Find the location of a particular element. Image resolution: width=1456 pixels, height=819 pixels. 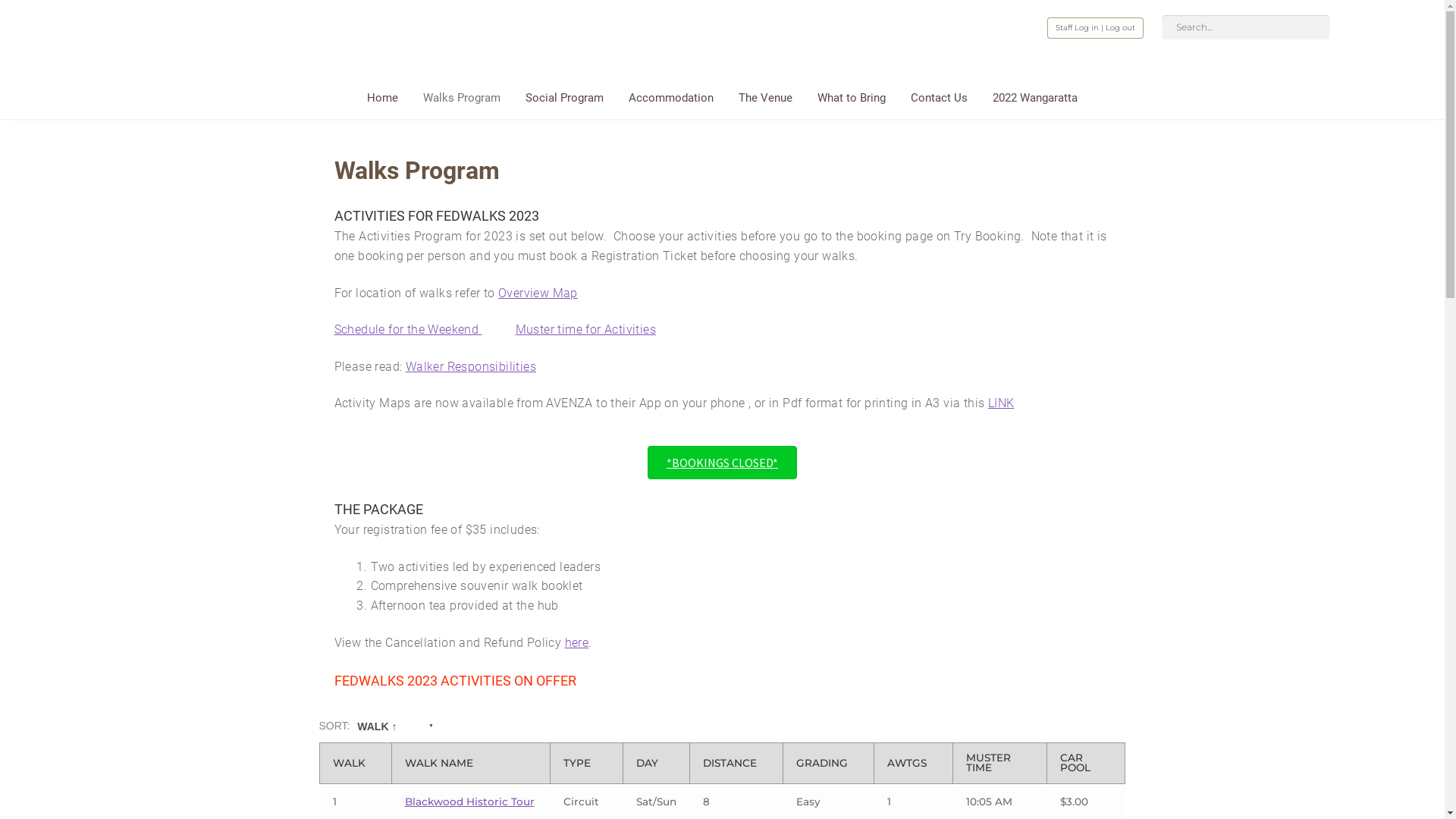

'Staff Log in | Log out' is located at coordinates (1095, 28).